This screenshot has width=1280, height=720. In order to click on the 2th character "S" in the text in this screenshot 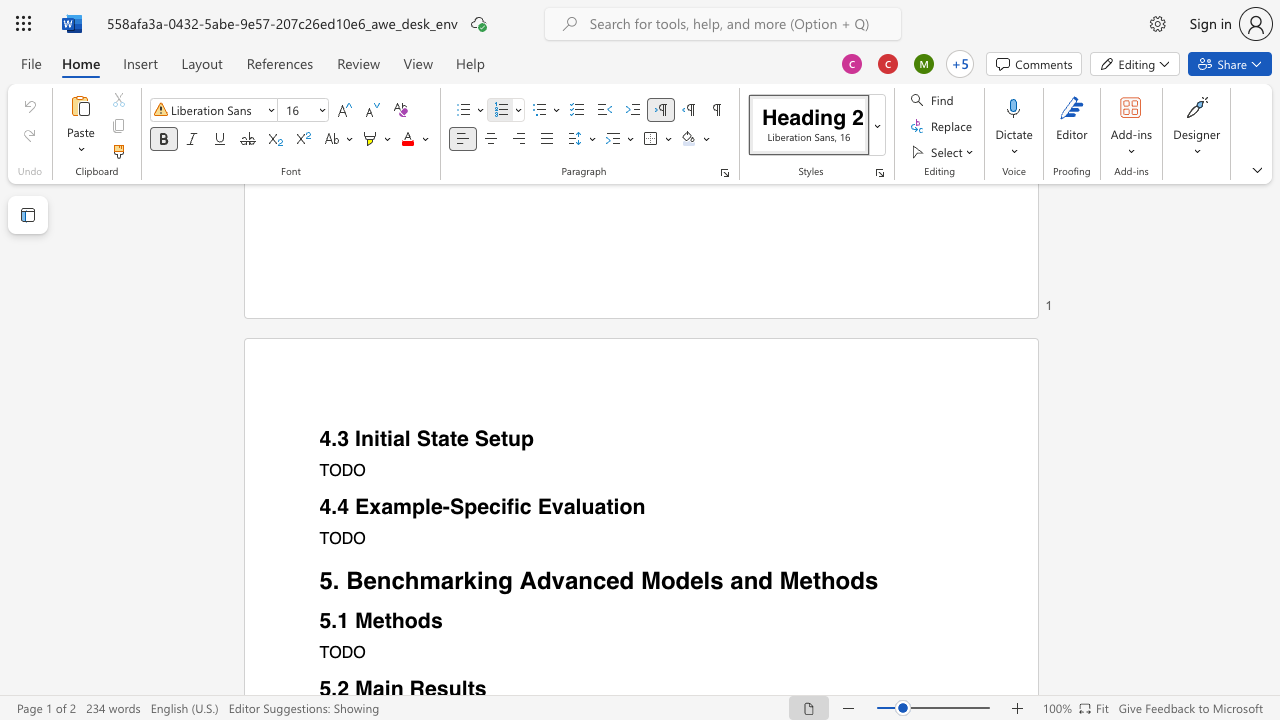, I will do `click(481, 438)`.